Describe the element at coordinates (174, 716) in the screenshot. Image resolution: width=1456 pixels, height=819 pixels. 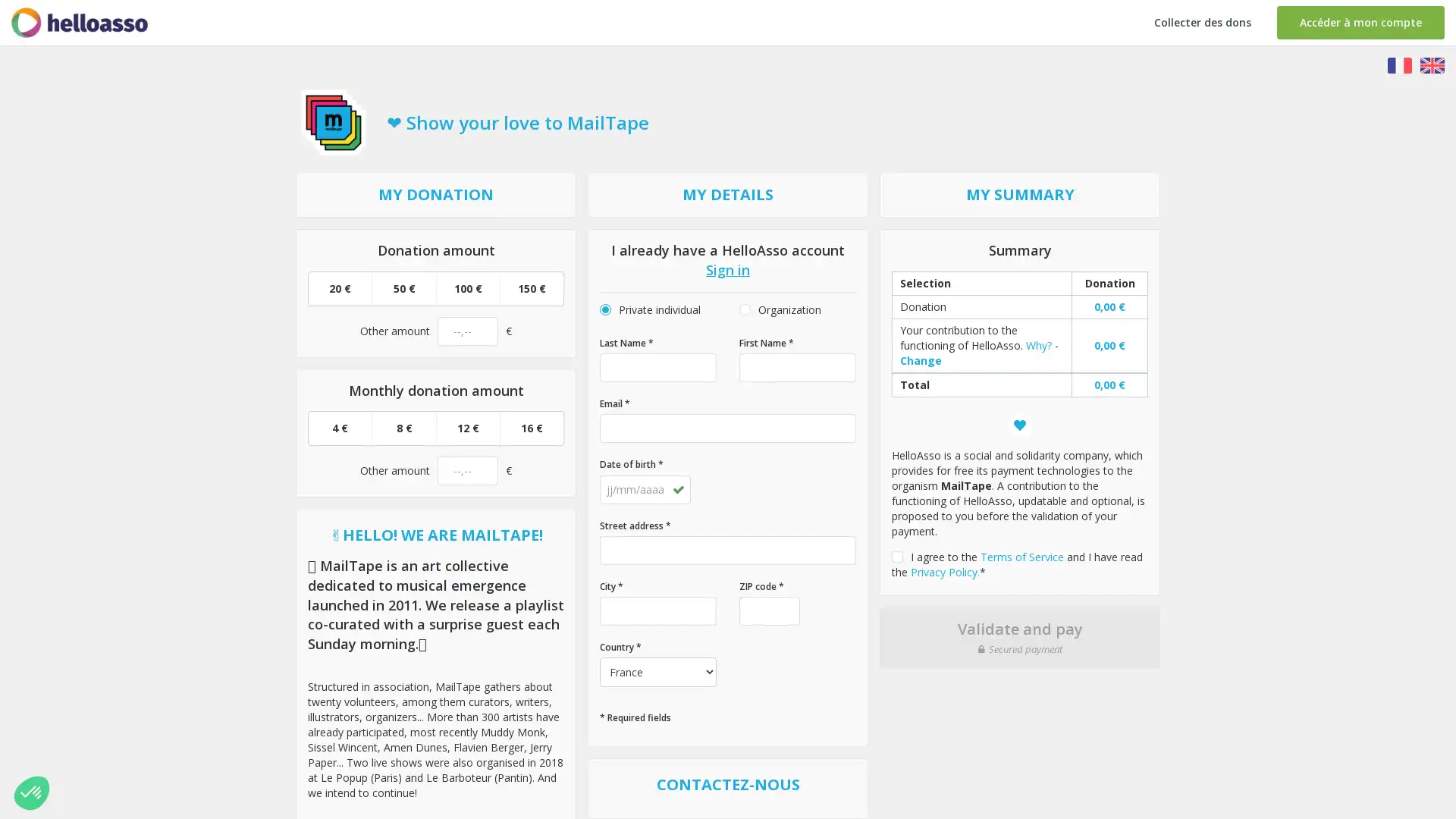
I see `Consentements certifies par` at that location.